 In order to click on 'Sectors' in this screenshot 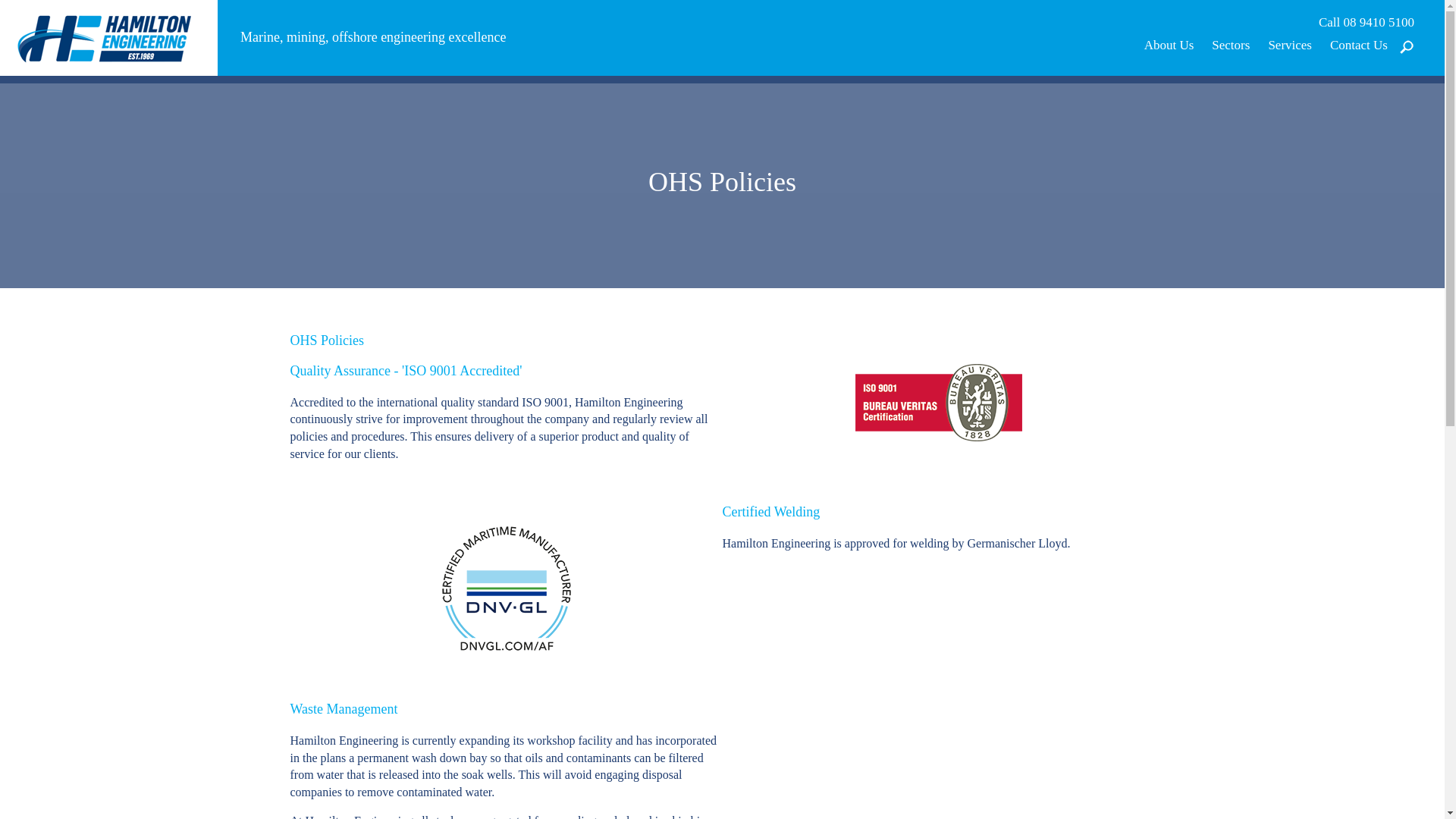, I will do `click(1230, 44)`.